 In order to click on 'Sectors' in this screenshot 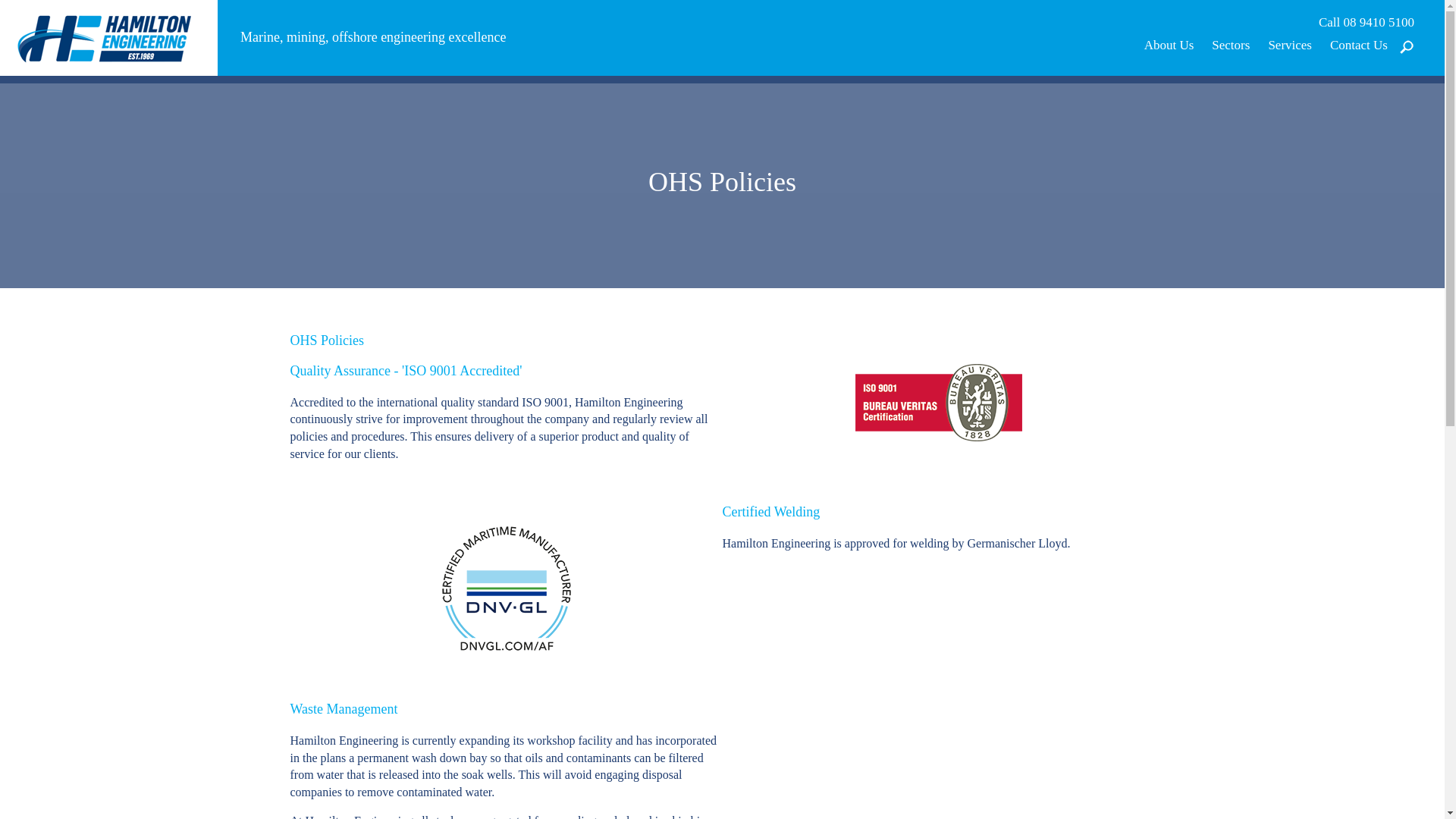, I will do `click(1230, 44)`.